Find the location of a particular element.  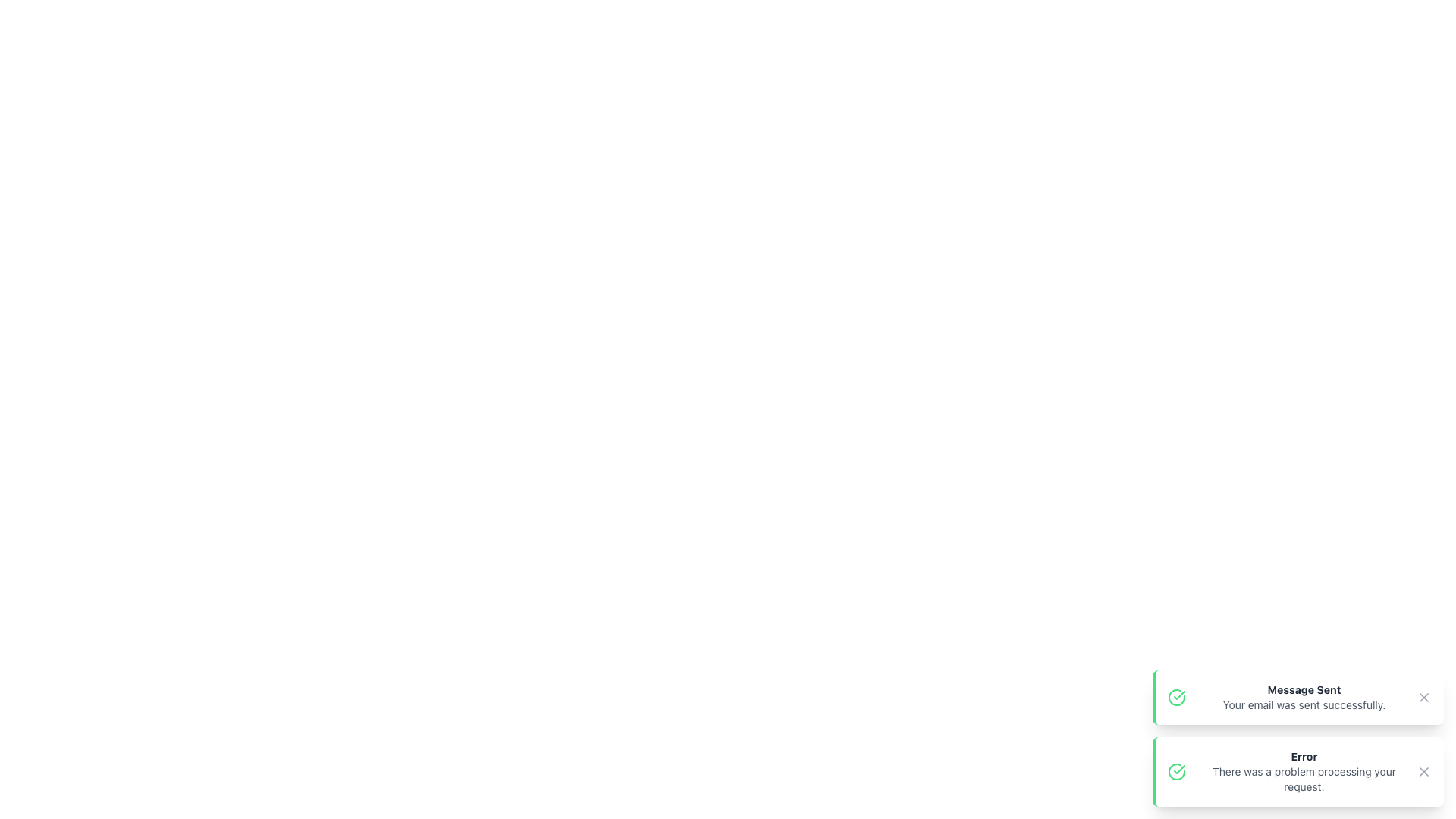

the Decorative Graphic (Icon) representing a successful action, located in the top right corner of the notification message is located at coordinates (1178, 695).